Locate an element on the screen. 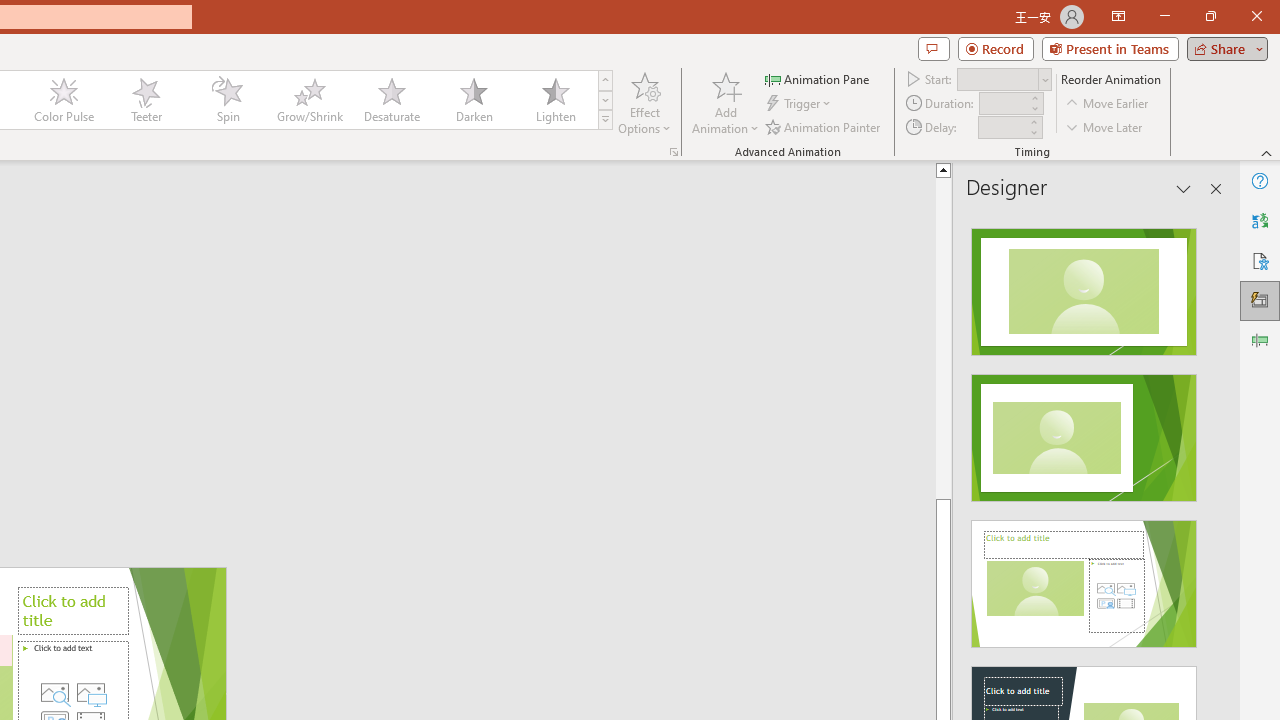 The height and width of the screenshot is (720, 1280). 'Restore Down' is located at coordinates (1209, 16).